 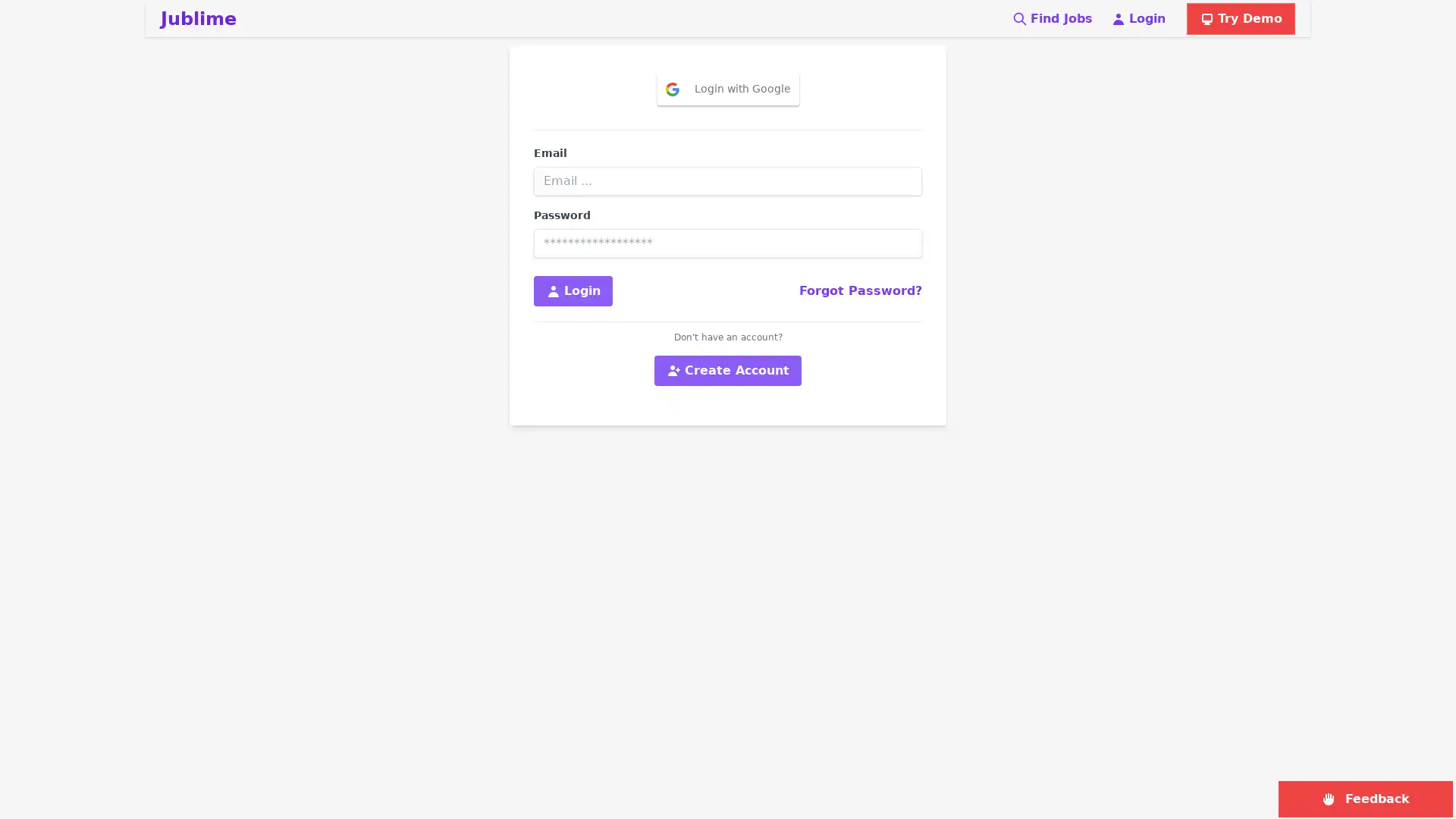 What do you see at coordinates (572, 291) in the screenshot?
I see `Login` at bounding box center [572, 291].